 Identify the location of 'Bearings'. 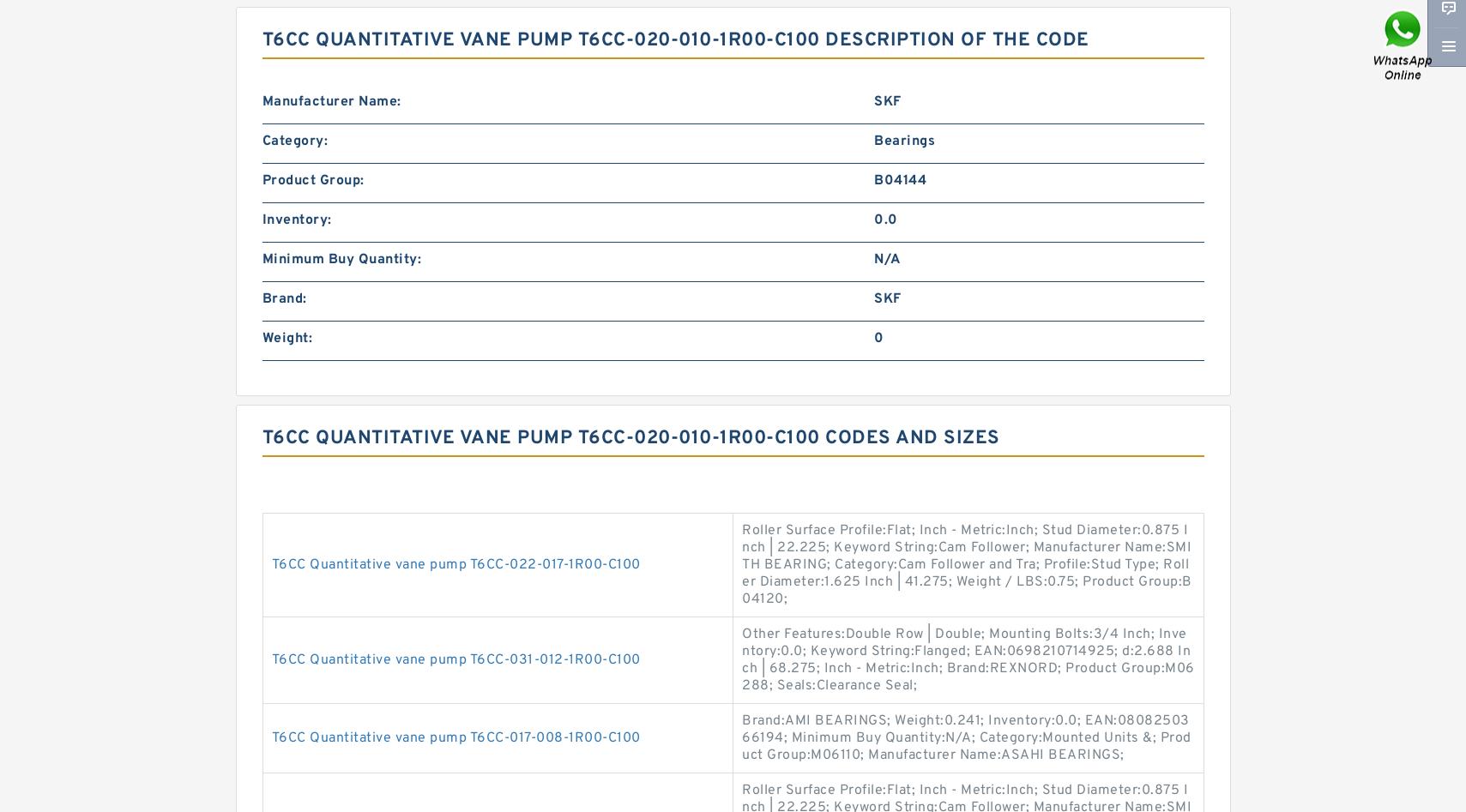
(904, 140).